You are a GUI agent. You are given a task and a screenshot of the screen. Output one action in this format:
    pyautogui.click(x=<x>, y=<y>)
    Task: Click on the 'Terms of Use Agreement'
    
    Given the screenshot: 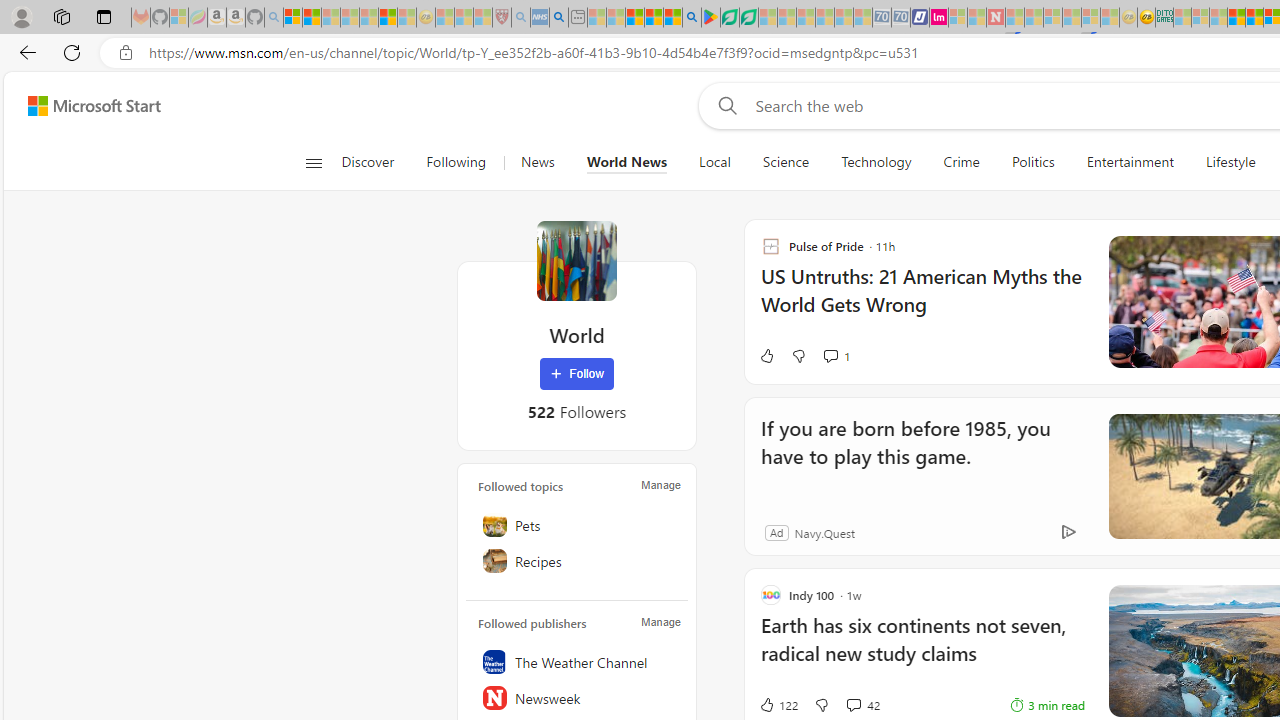 What is the action you would take?
    pyautogui.click(x=728, y=17)
    